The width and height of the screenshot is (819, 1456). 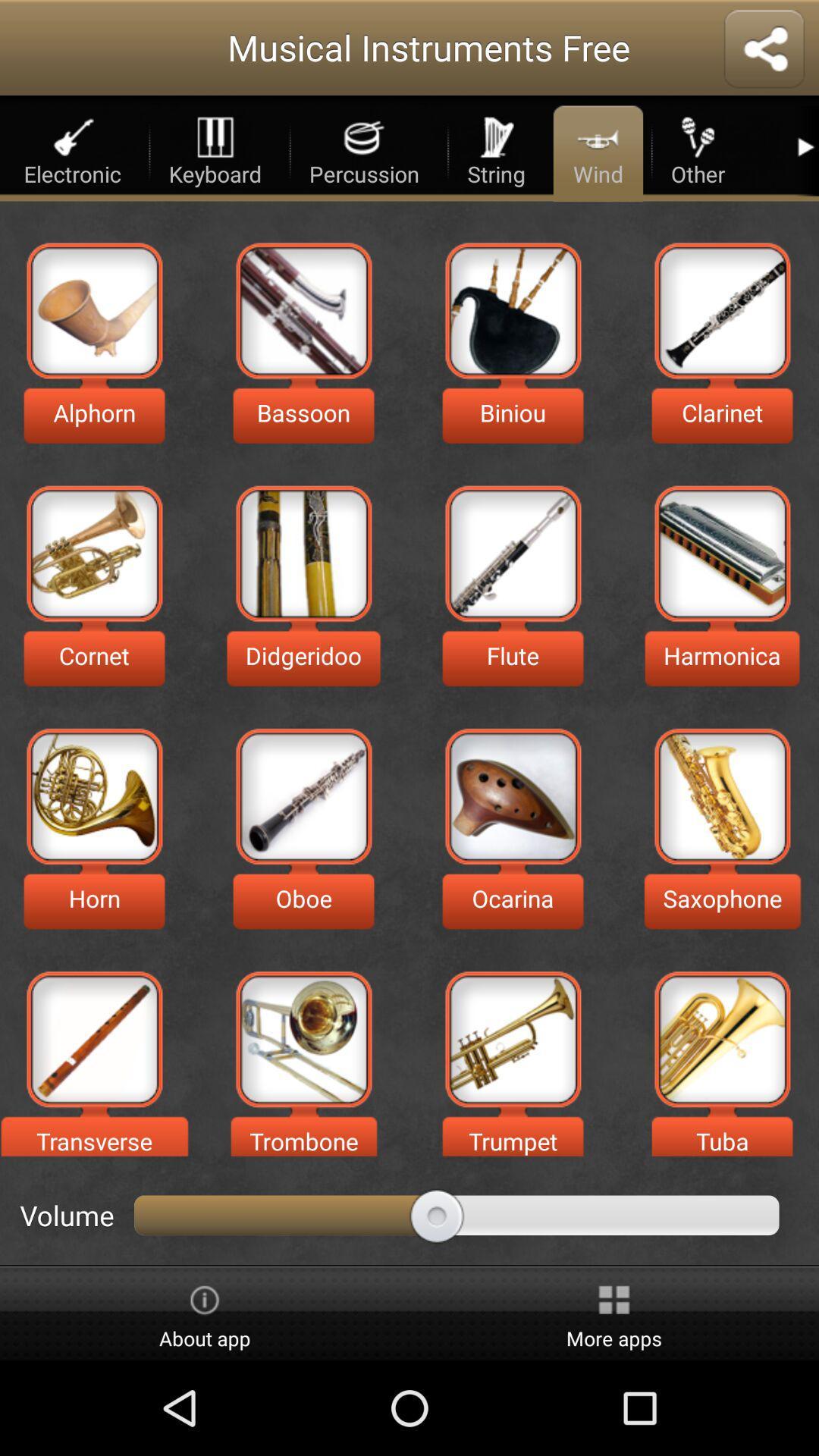 I want to click on choose didgeridoo, so click(x=303, y=553).